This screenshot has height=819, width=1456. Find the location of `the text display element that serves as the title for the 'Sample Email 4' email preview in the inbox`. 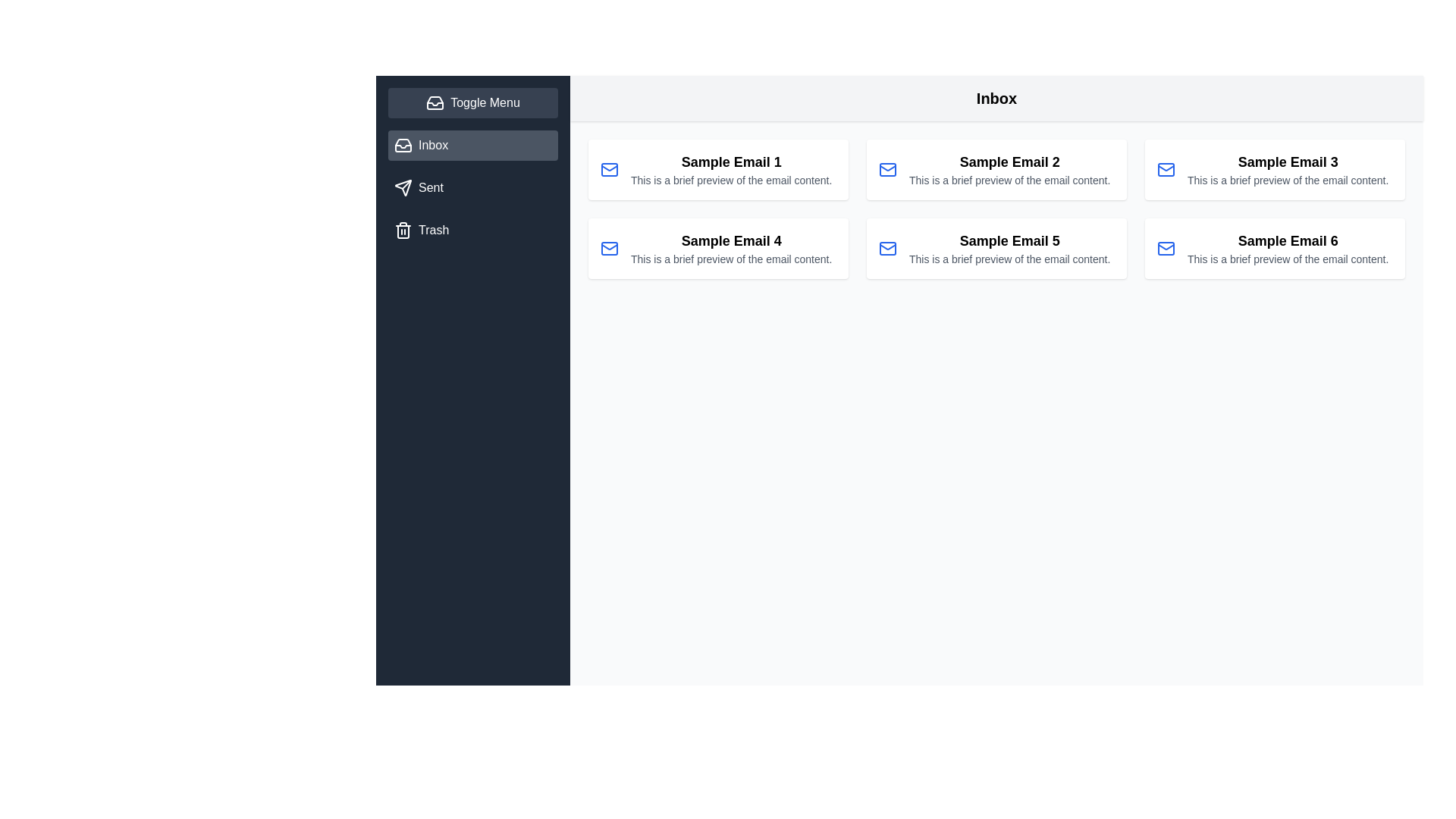

the text display element that serves as the title for the 'Sample Email 4' email preview in the inbox is located at coordinates (731, 240).